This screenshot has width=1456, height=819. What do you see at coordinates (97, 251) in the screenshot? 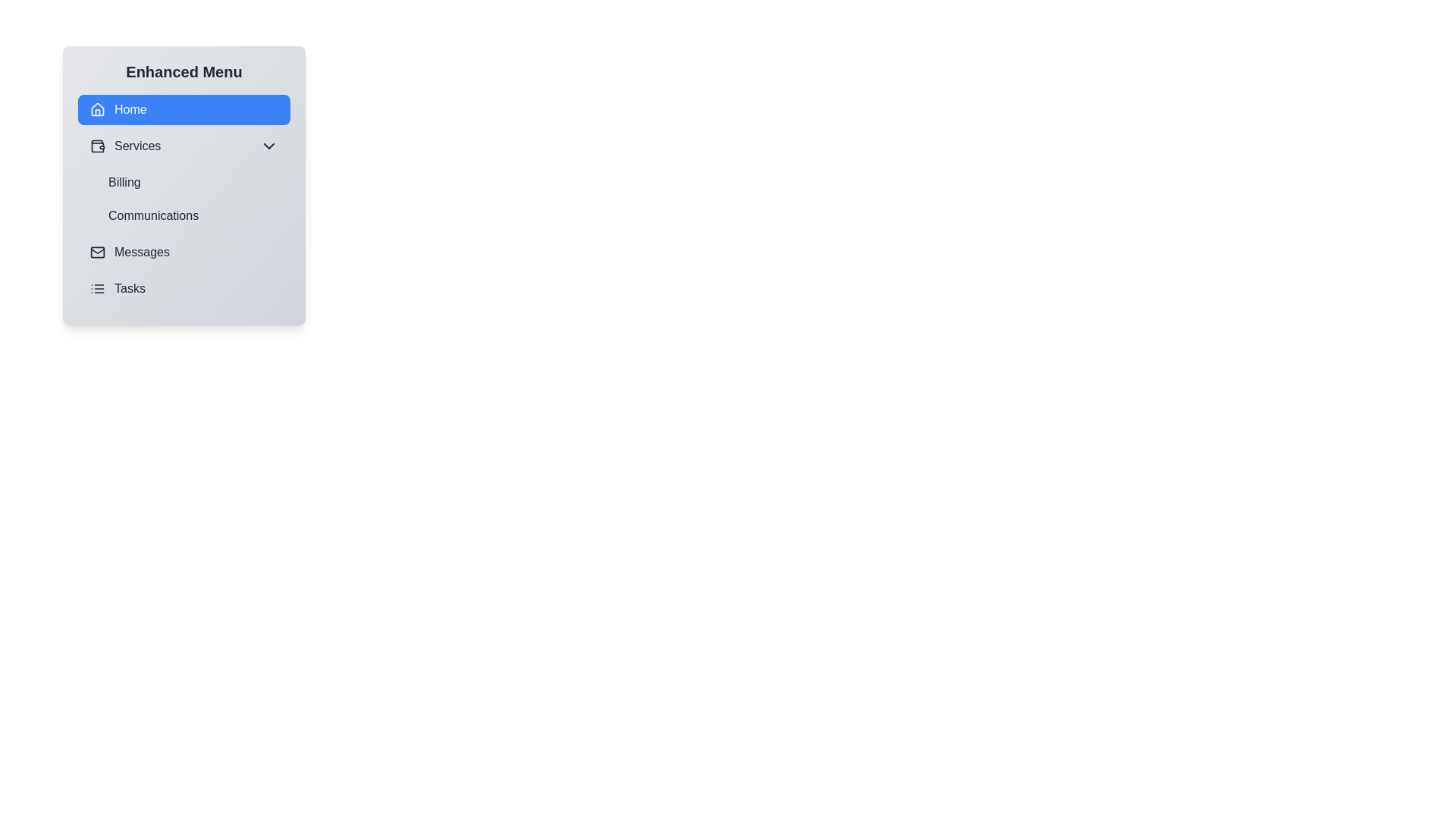
I see `the graphical rectangle component that represents the main body of the envelope icon in the 'Messages' menu entry` at bounding box center [97, 251].